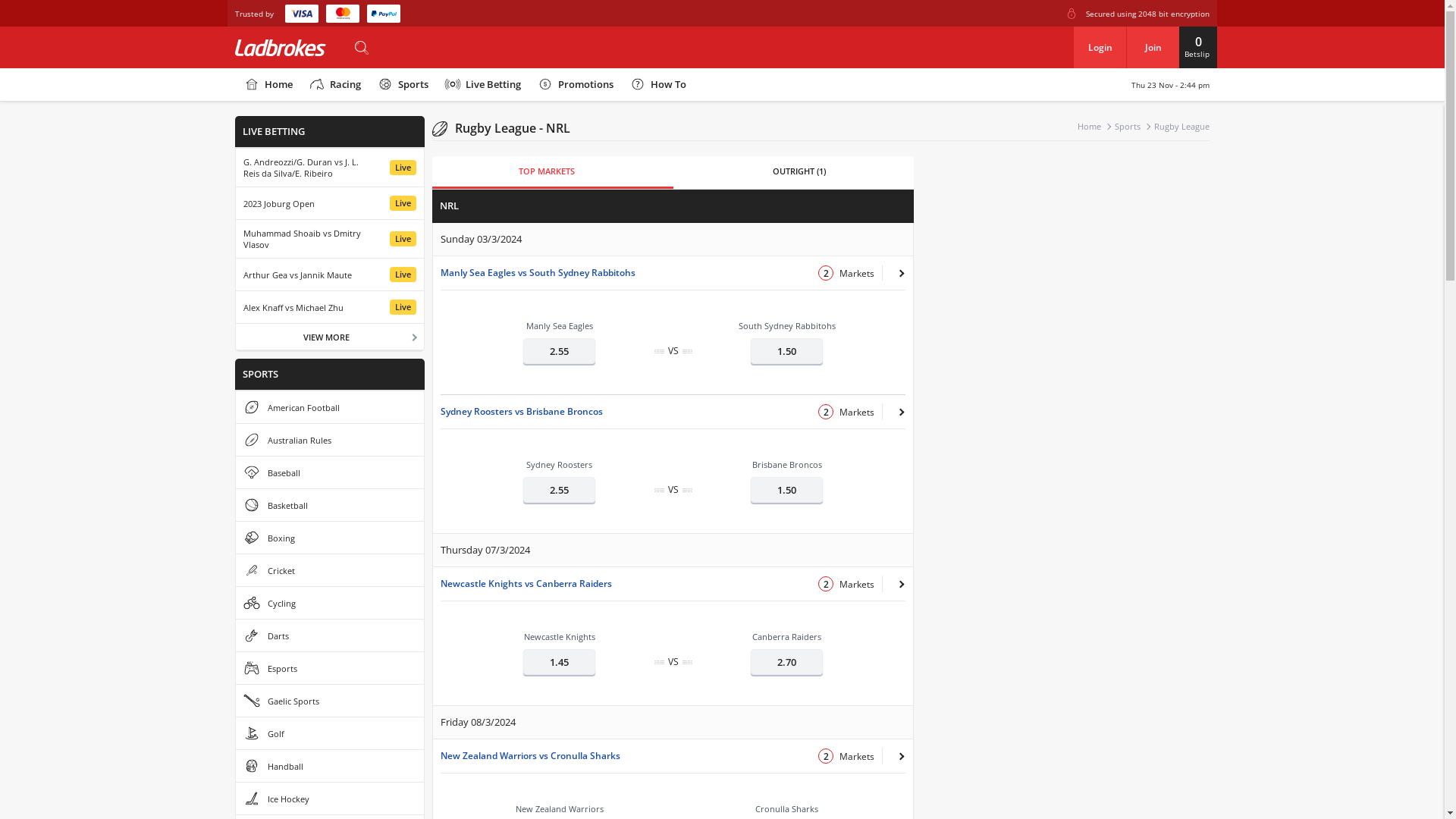 This screenshot has height=819, width=1456. Describe the element at coordinates (329, 275) in the screenshot. I see `'Arthur Gea vs Jannik Maute` at that location.